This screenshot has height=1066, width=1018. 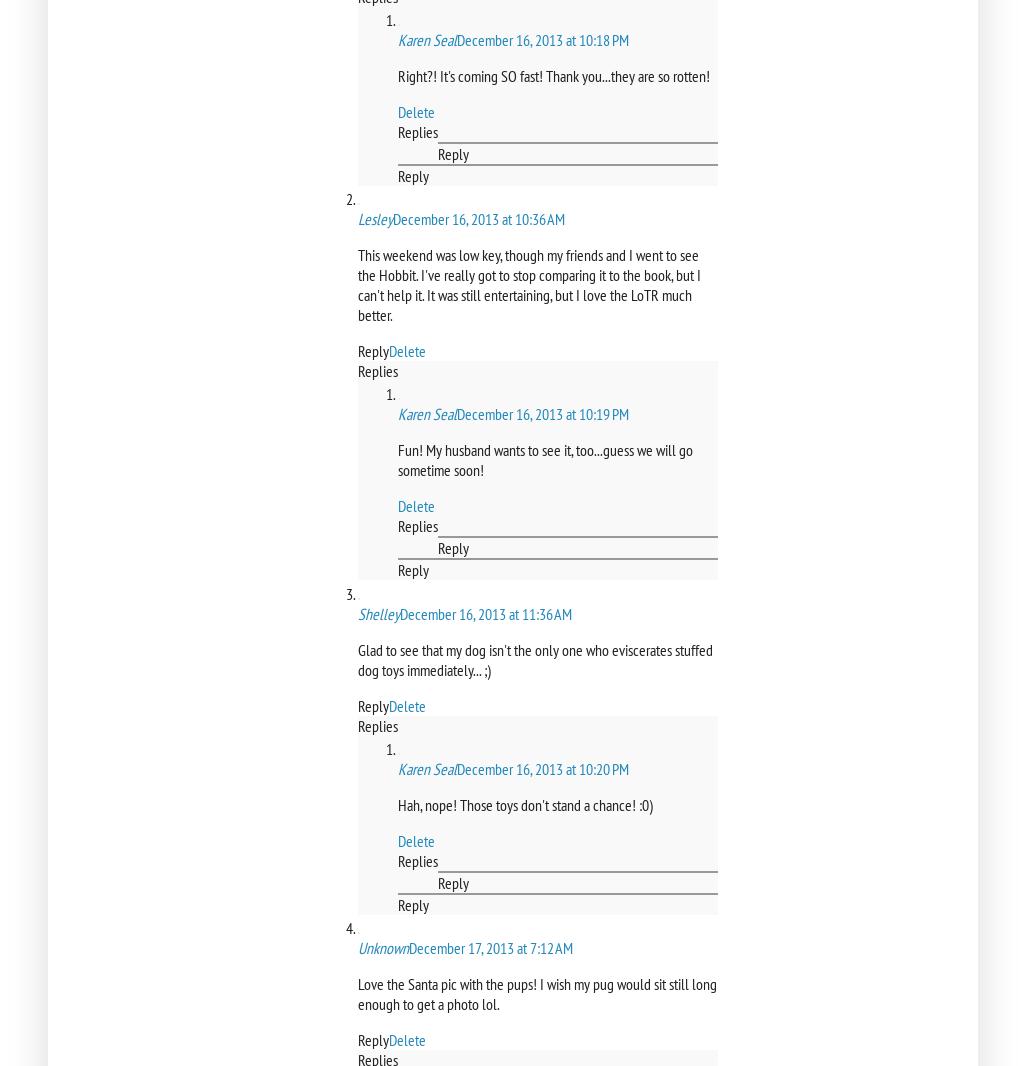 What do you see at coordinates (528, 285) in the screenshot?
I see `'This weekend was low key, though my friends and I went to see the Hobbit.  I've really got to stop comparing it to the book, but I can't help it.  It was still entertaining, but I love the LoTR much better.'` at bounding box center [528, 285].